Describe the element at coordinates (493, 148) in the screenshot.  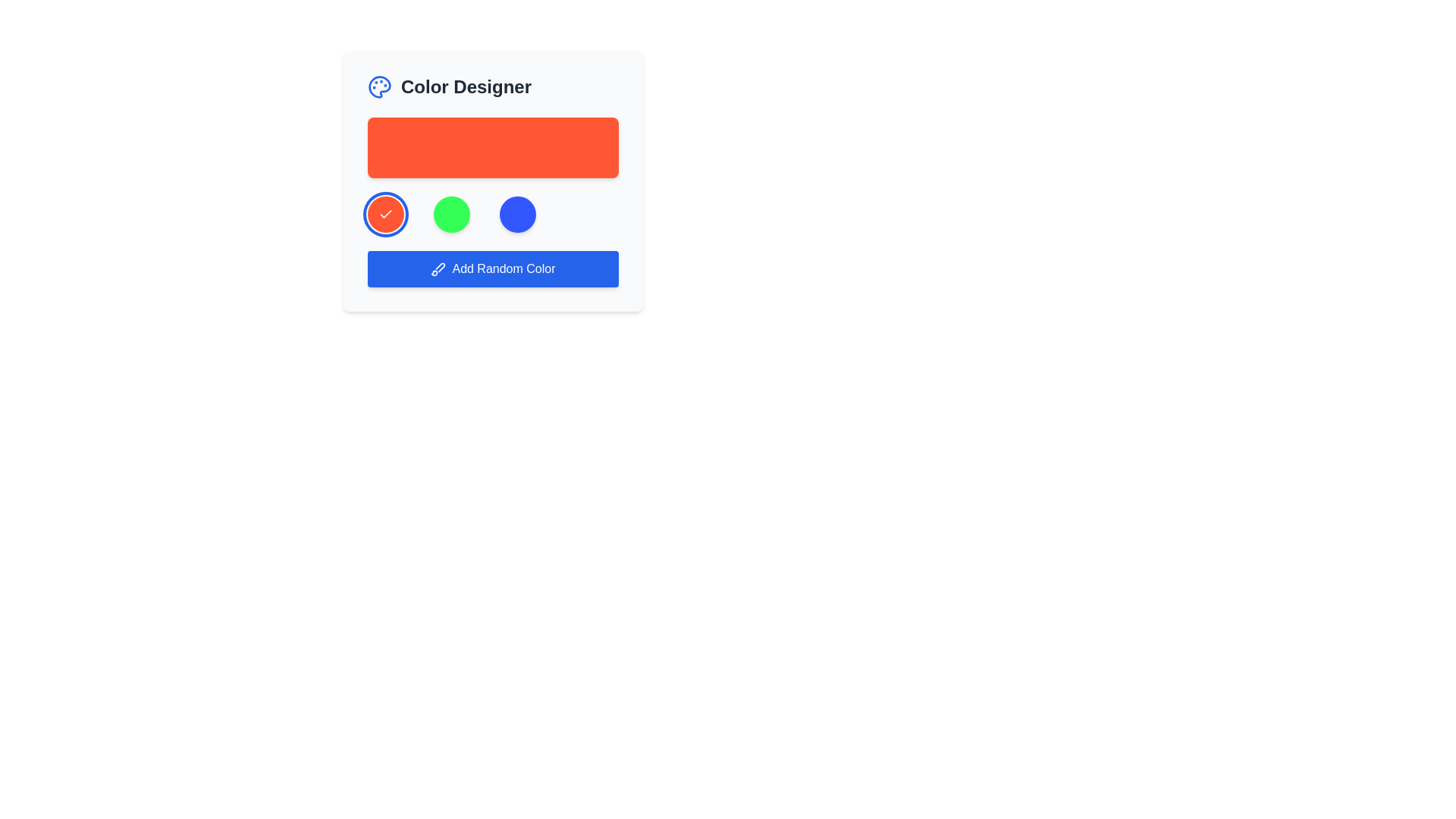
I see `the prominent static decorative element with a vivid orange background located under the 'Color Designer' title` at that location.